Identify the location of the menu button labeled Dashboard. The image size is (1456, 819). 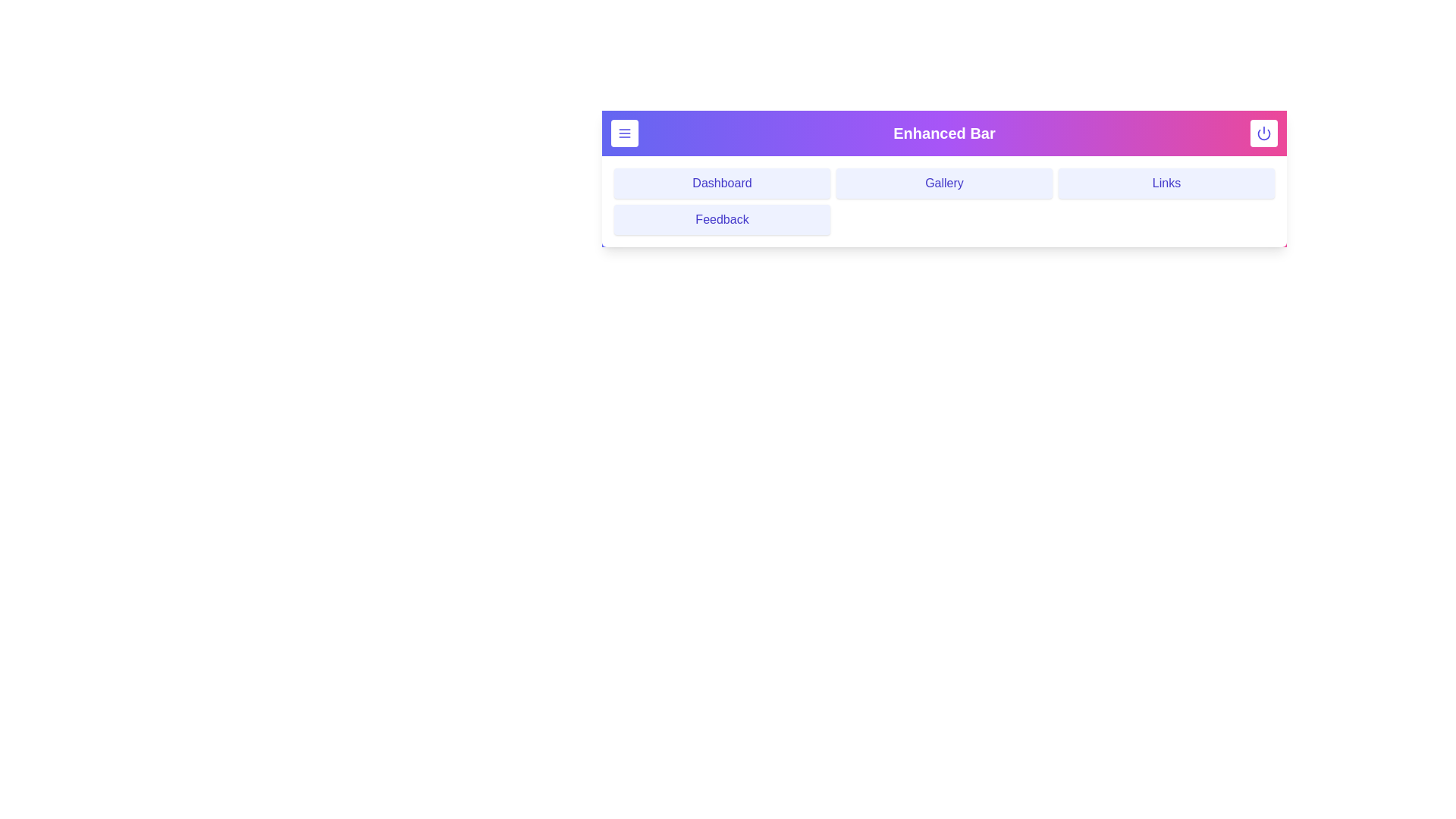
(721, 183).